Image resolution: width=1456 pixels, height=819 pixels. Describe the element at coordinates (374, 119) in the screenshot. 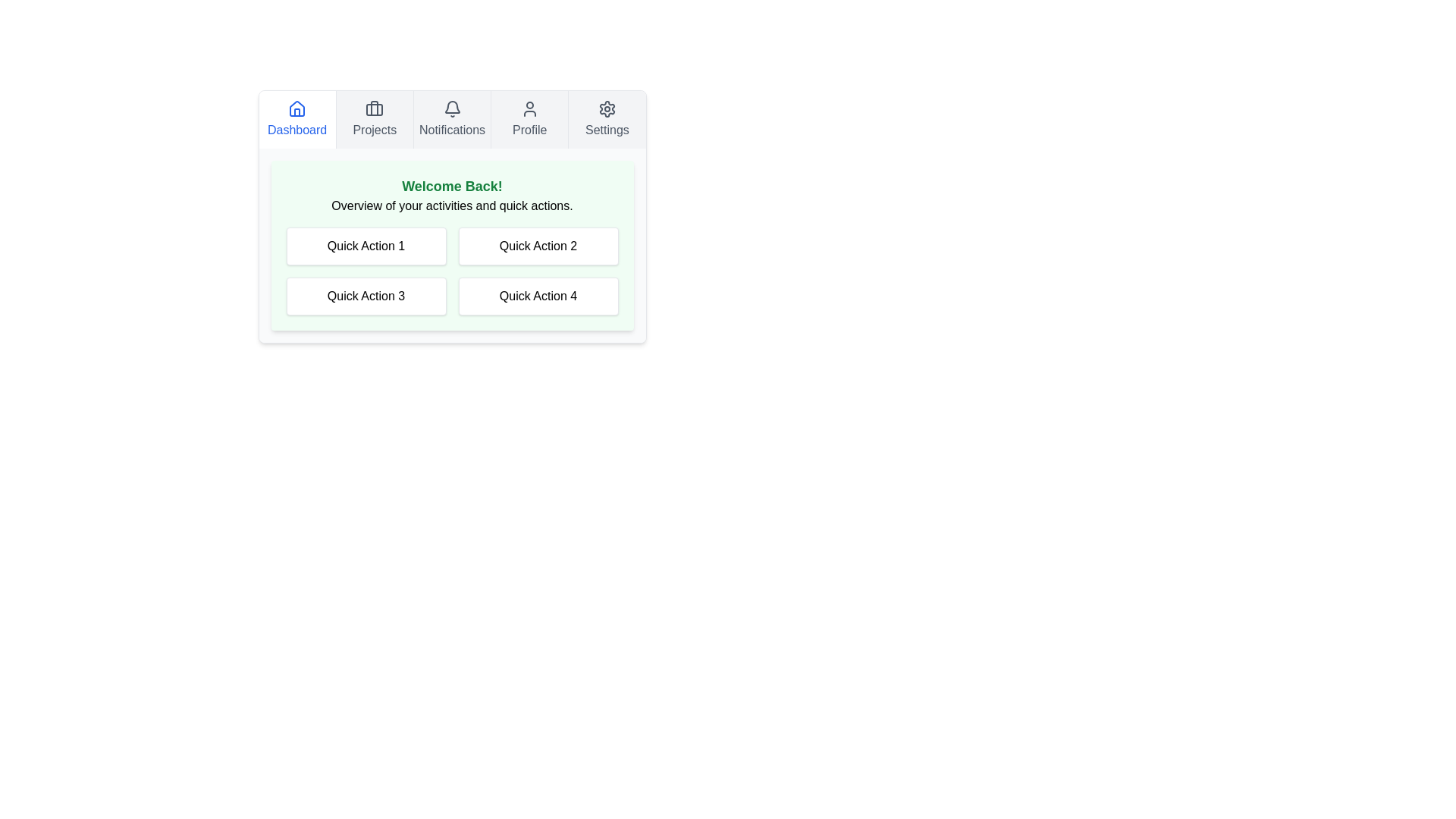

I see `the 'Projects' button in the navigation bar` at that location.